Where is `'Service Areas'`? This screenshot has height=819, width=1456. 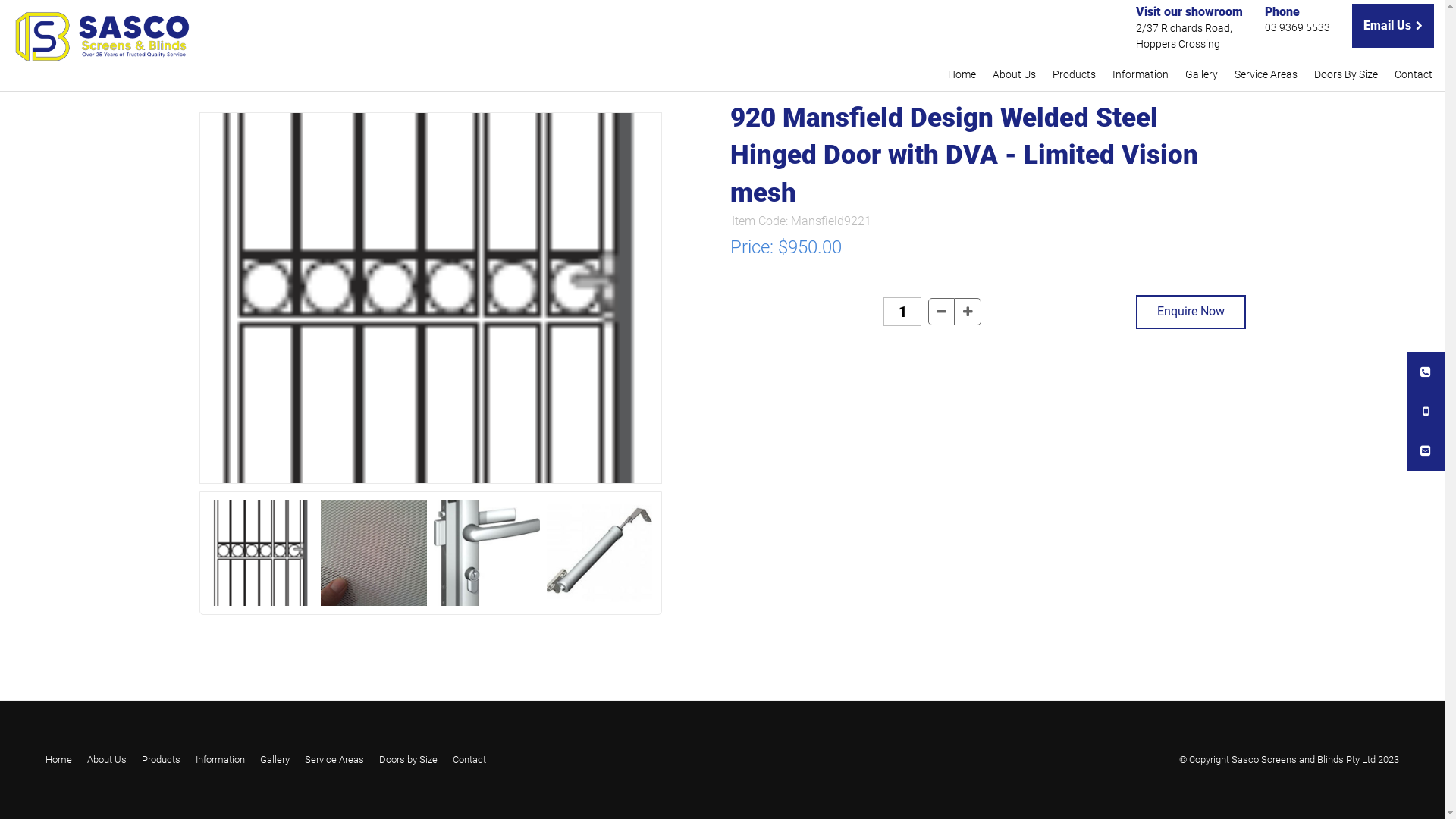
'Service Areas' is located at coordinates (1266, 74).